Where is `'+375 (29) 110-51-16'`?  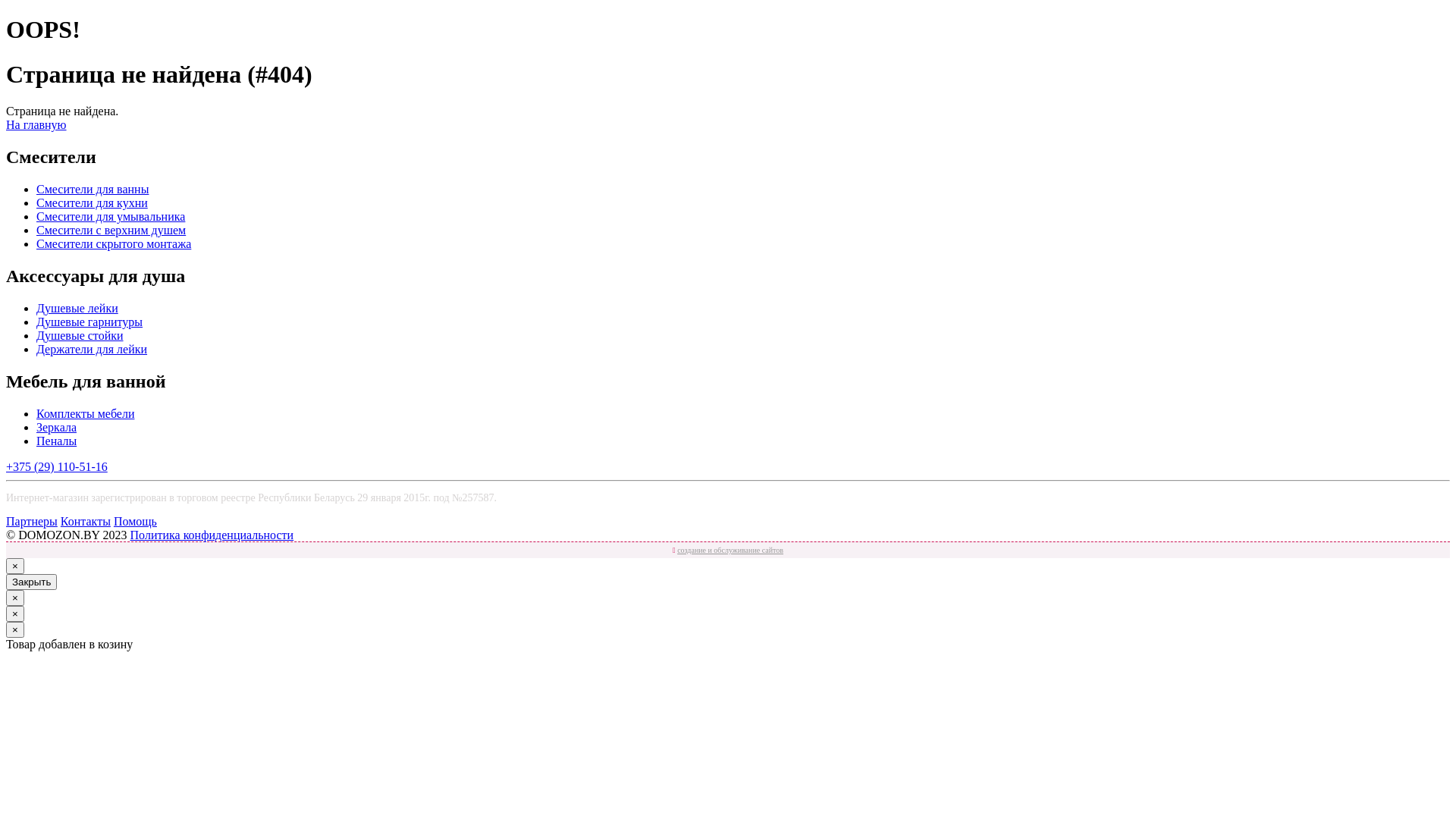
'+375 (29) 110-51-16' is located at coordinates (57, 466).